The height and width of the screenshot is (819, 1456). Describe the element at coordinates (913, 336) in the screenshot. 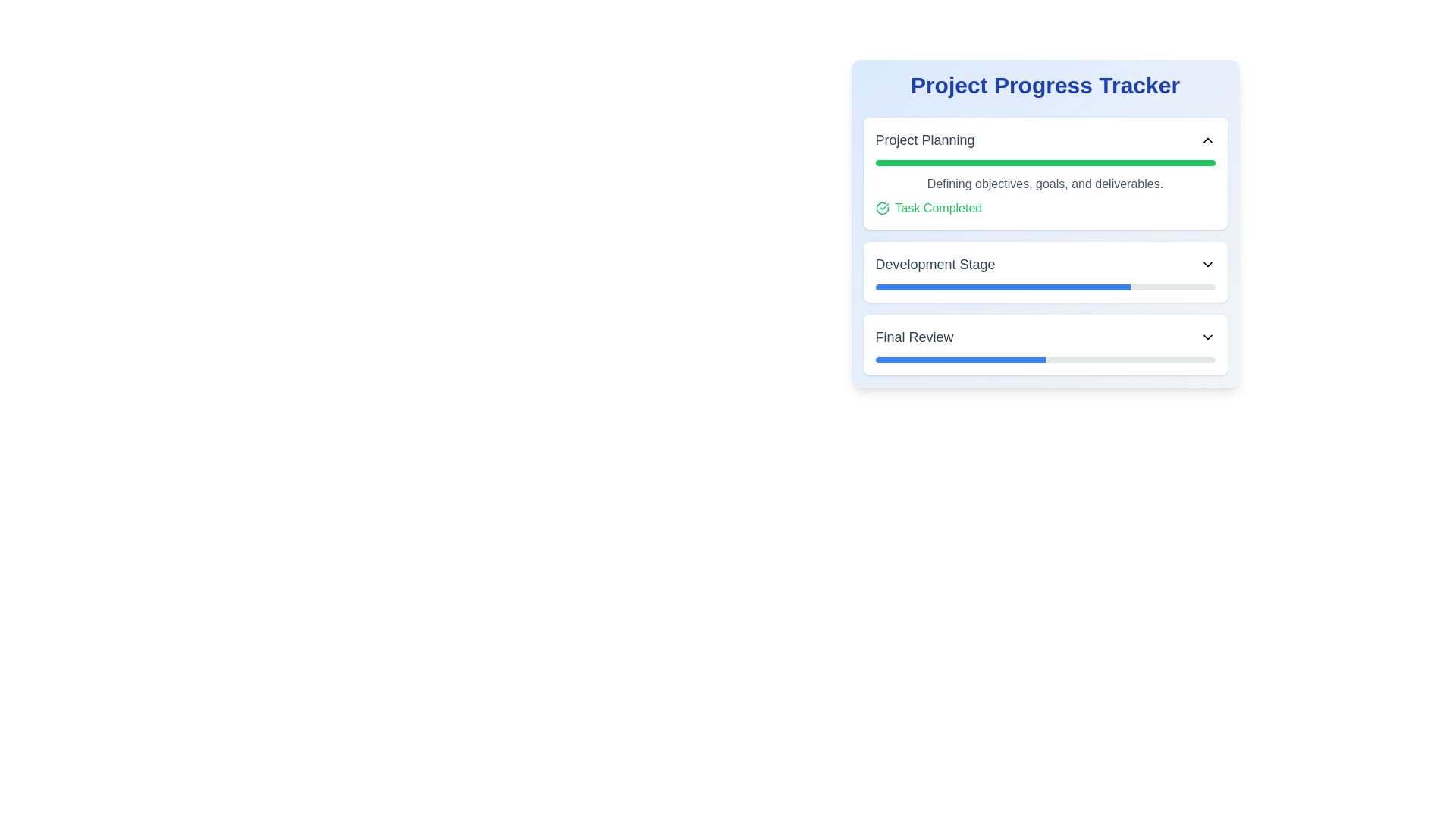

I see `text label indicating the 'Final Review' stage located in the bottom-right section of the 'Project Progress Tracker' card` at that location.